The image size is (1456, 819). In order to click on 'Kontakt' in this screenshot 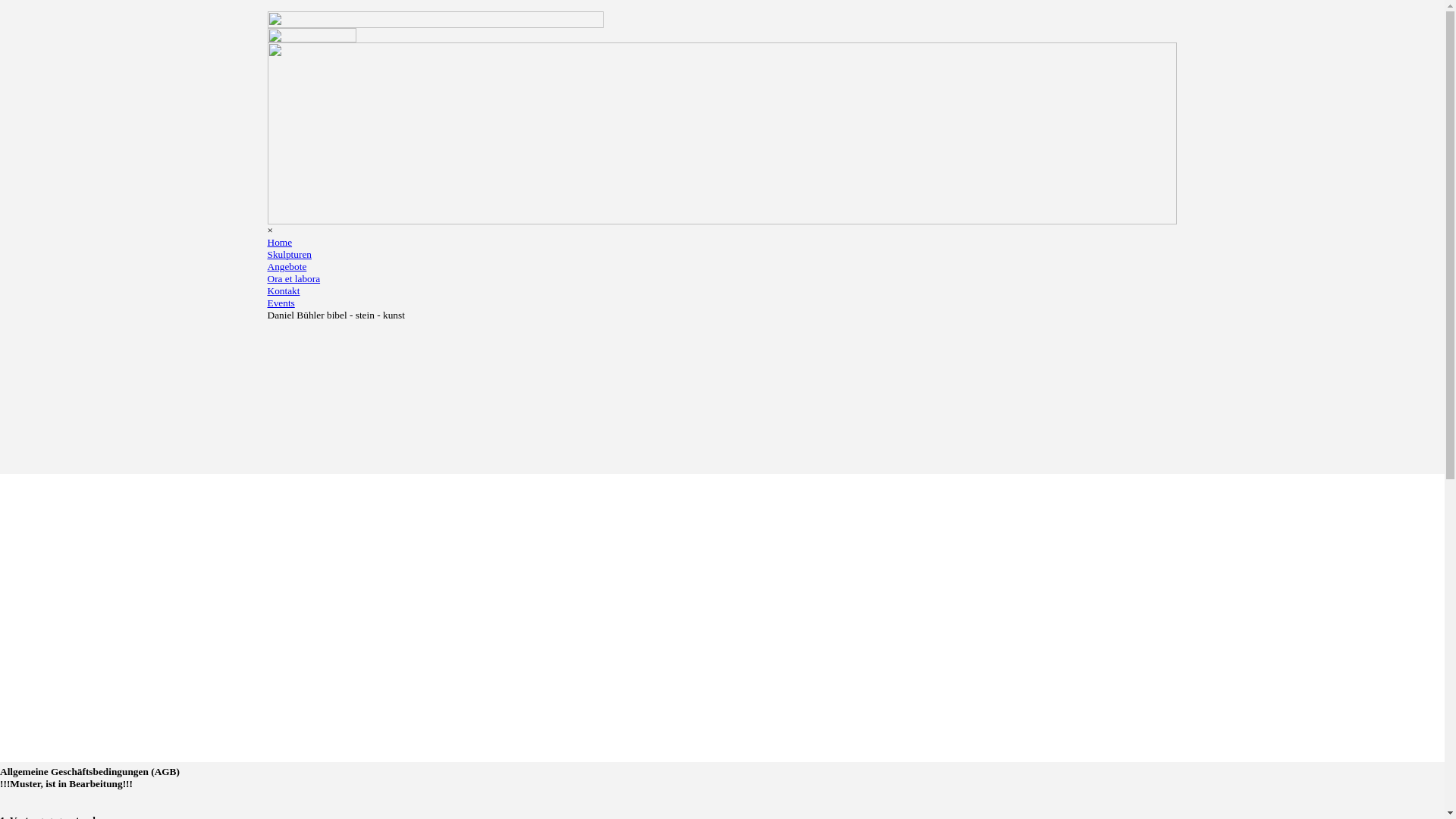, I will do `click(283, 290)`.